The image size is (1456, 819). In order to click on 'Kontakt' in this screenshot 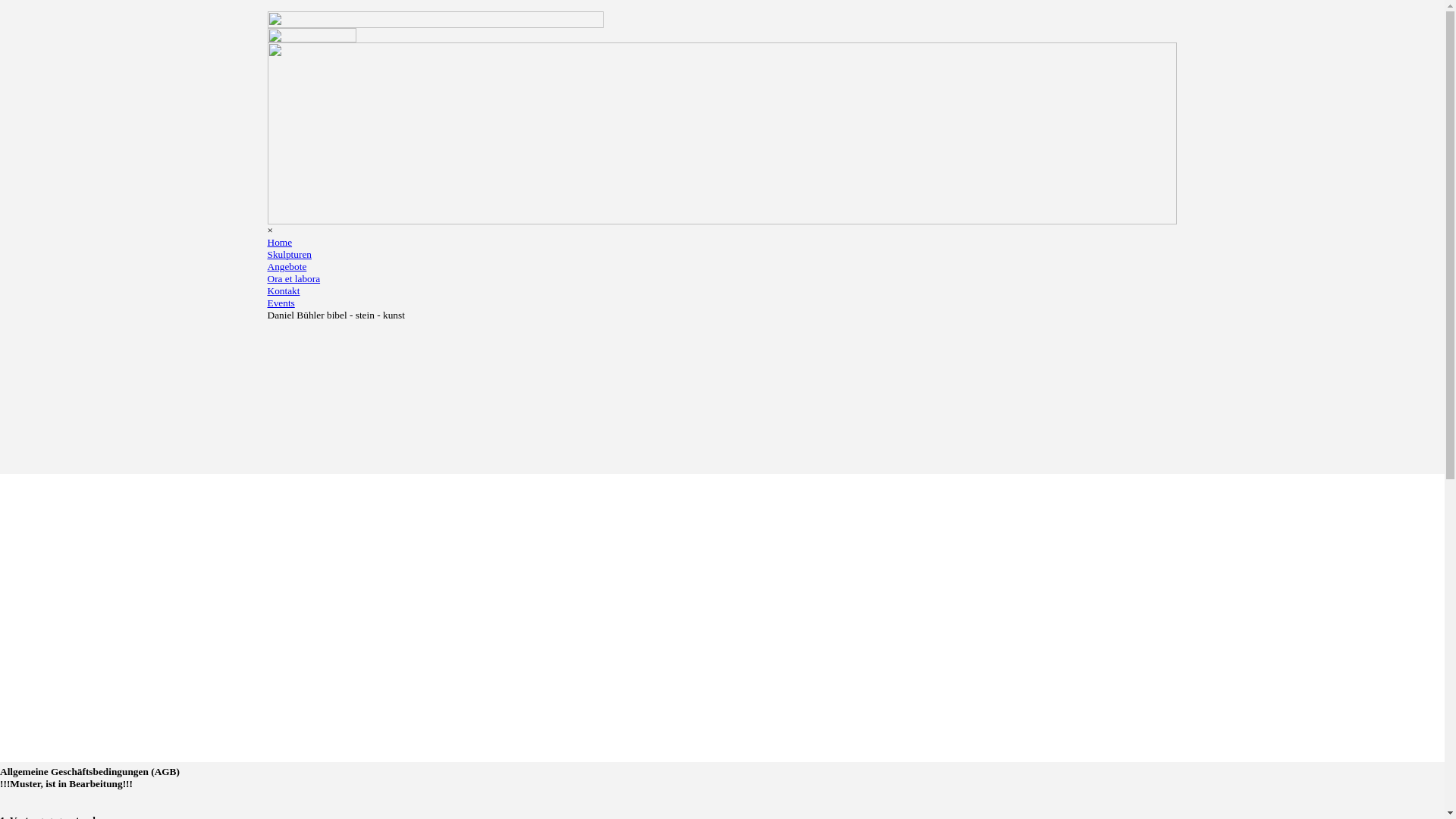, I will do `click(283, 290)`.